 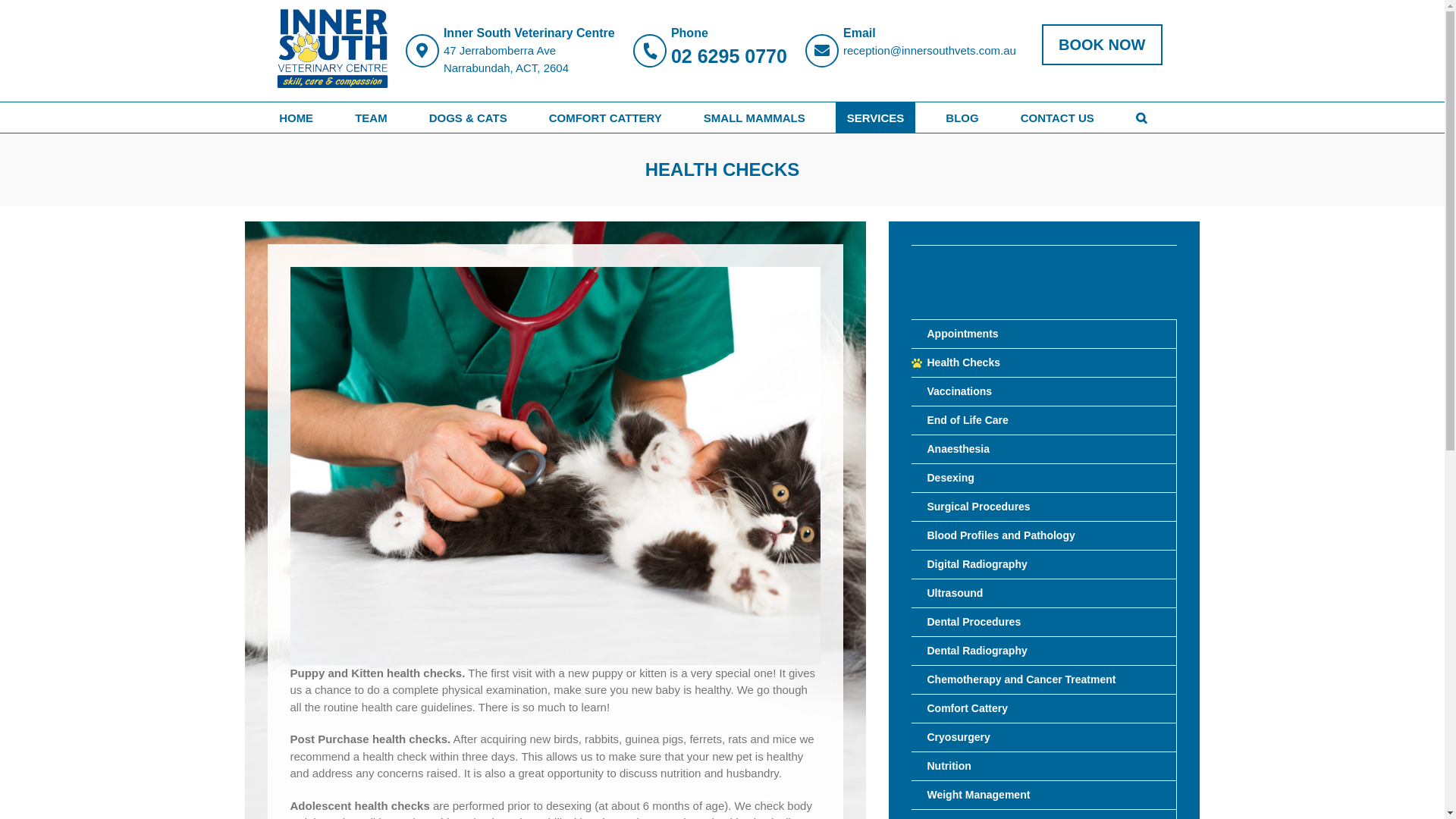 I want to click on 'Blood Profiles and Pathology', so click(x=1043, y=535).